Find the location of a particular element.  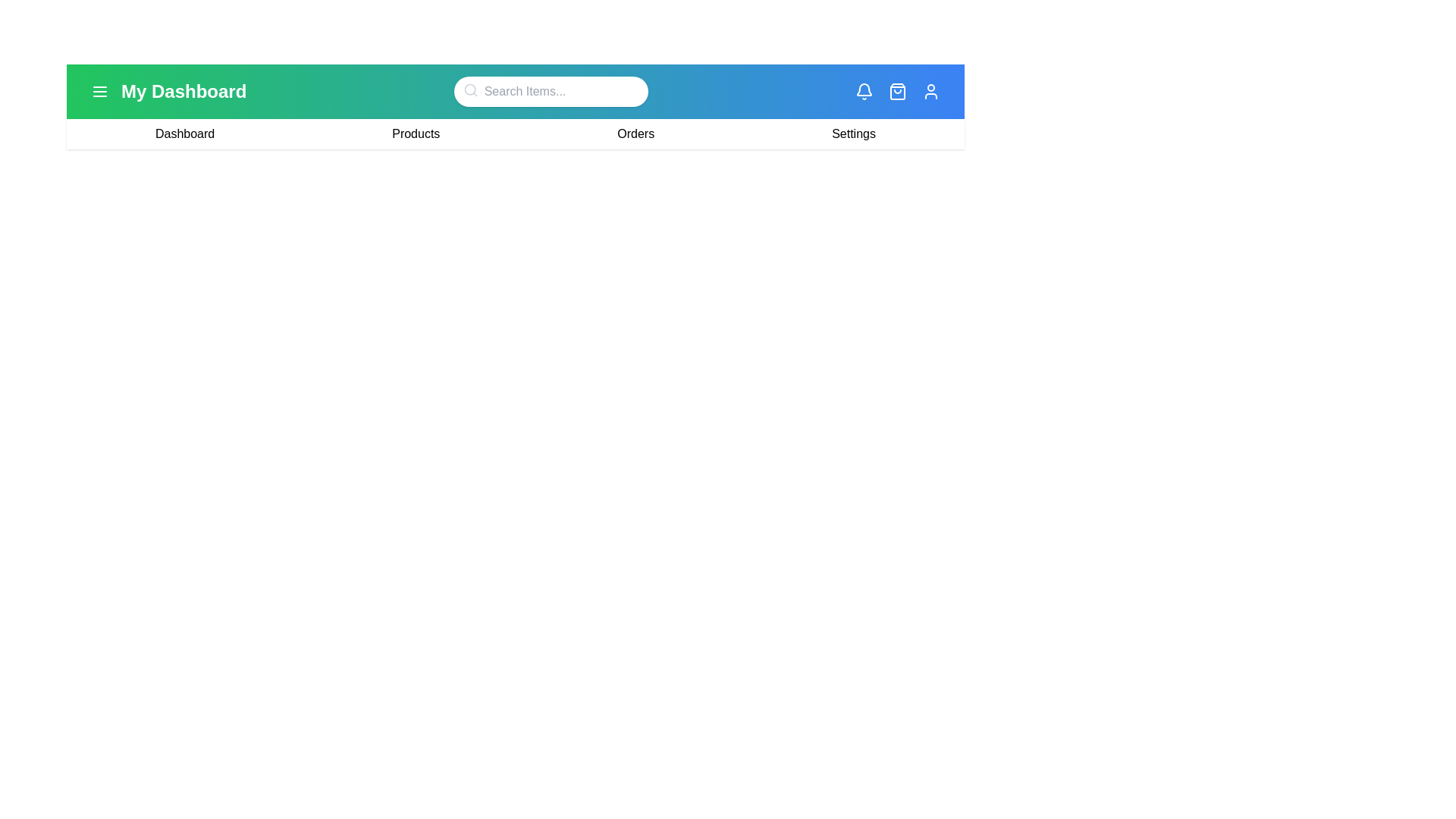

the 'Orders' link in the navigation menu is located at coordinates (635, 133).